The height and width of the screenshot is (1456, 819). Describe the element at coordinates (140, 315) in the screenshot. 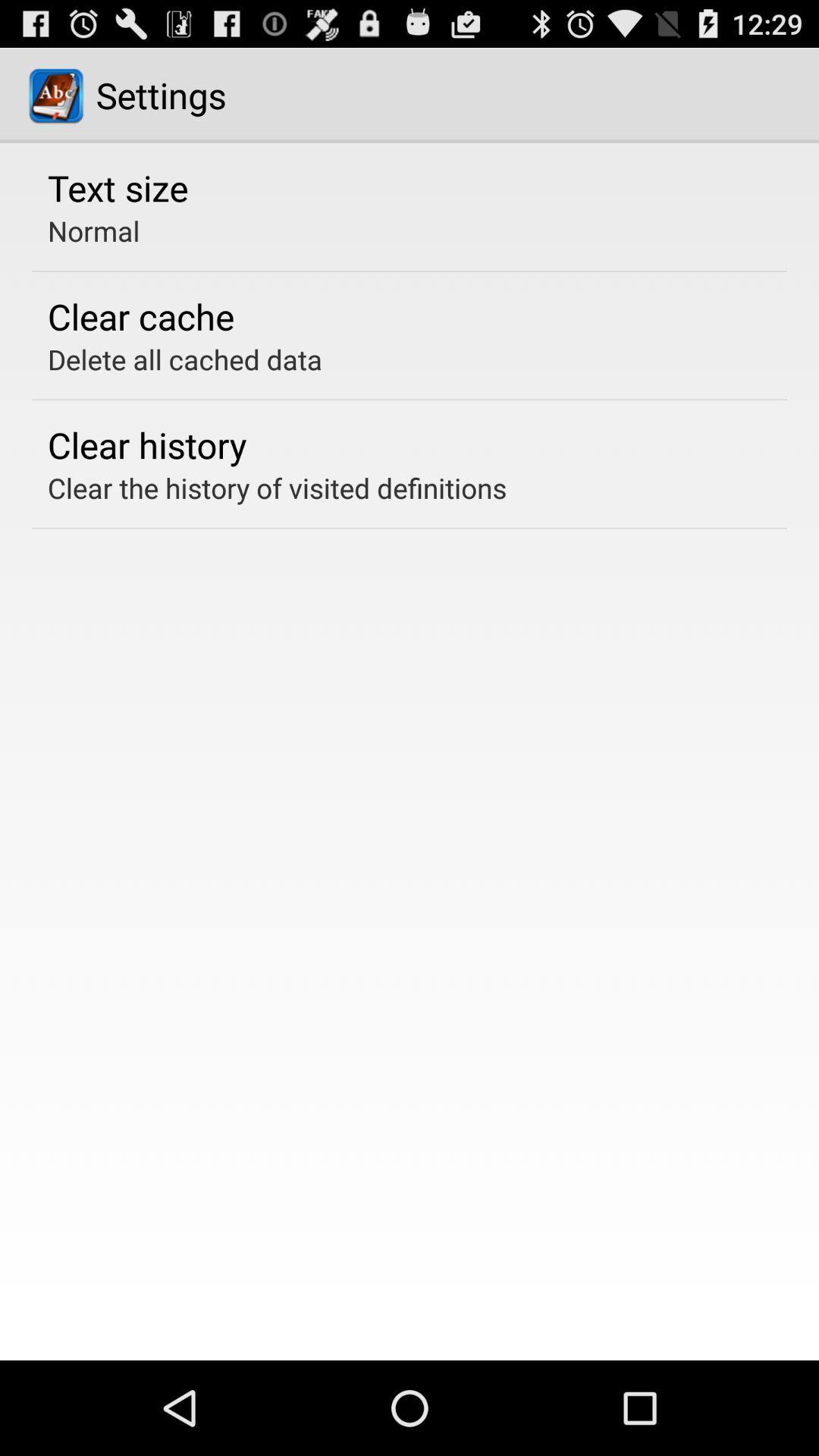

I see `the icon below the normal icon` at that location.